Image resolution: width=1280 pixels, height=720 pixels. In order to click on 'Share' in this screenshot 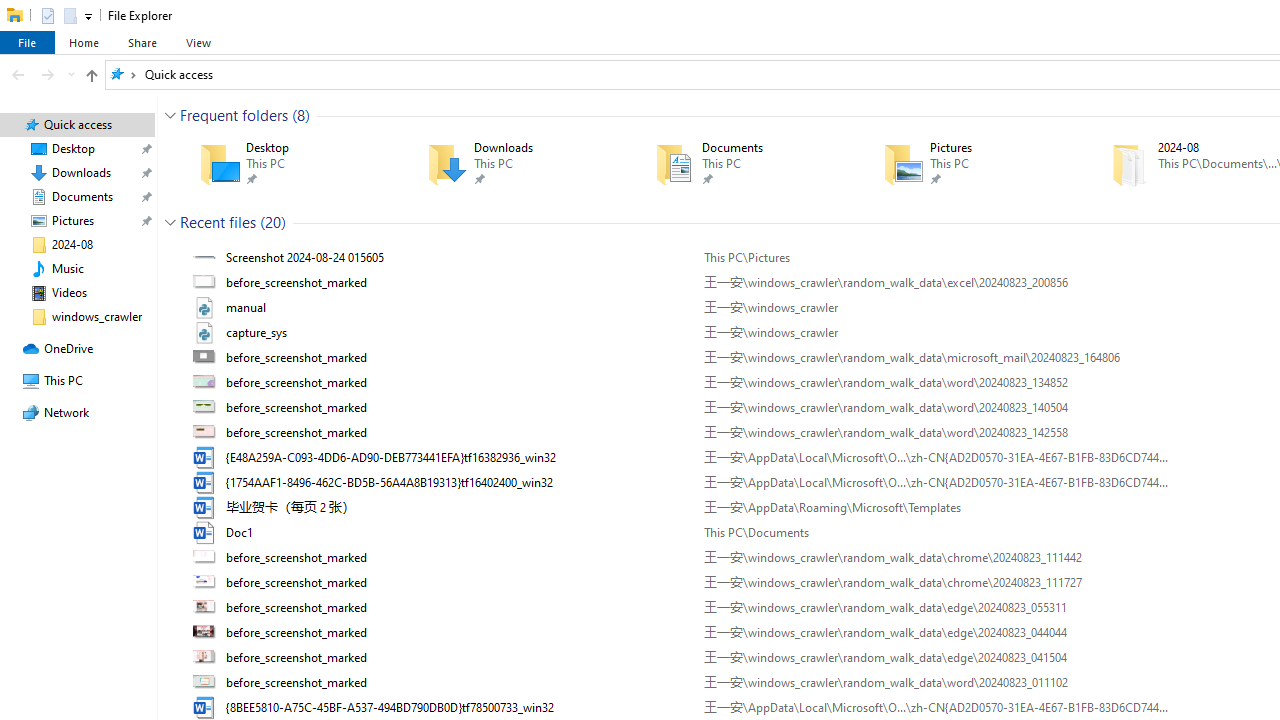, I will do `click(141, 42)`.